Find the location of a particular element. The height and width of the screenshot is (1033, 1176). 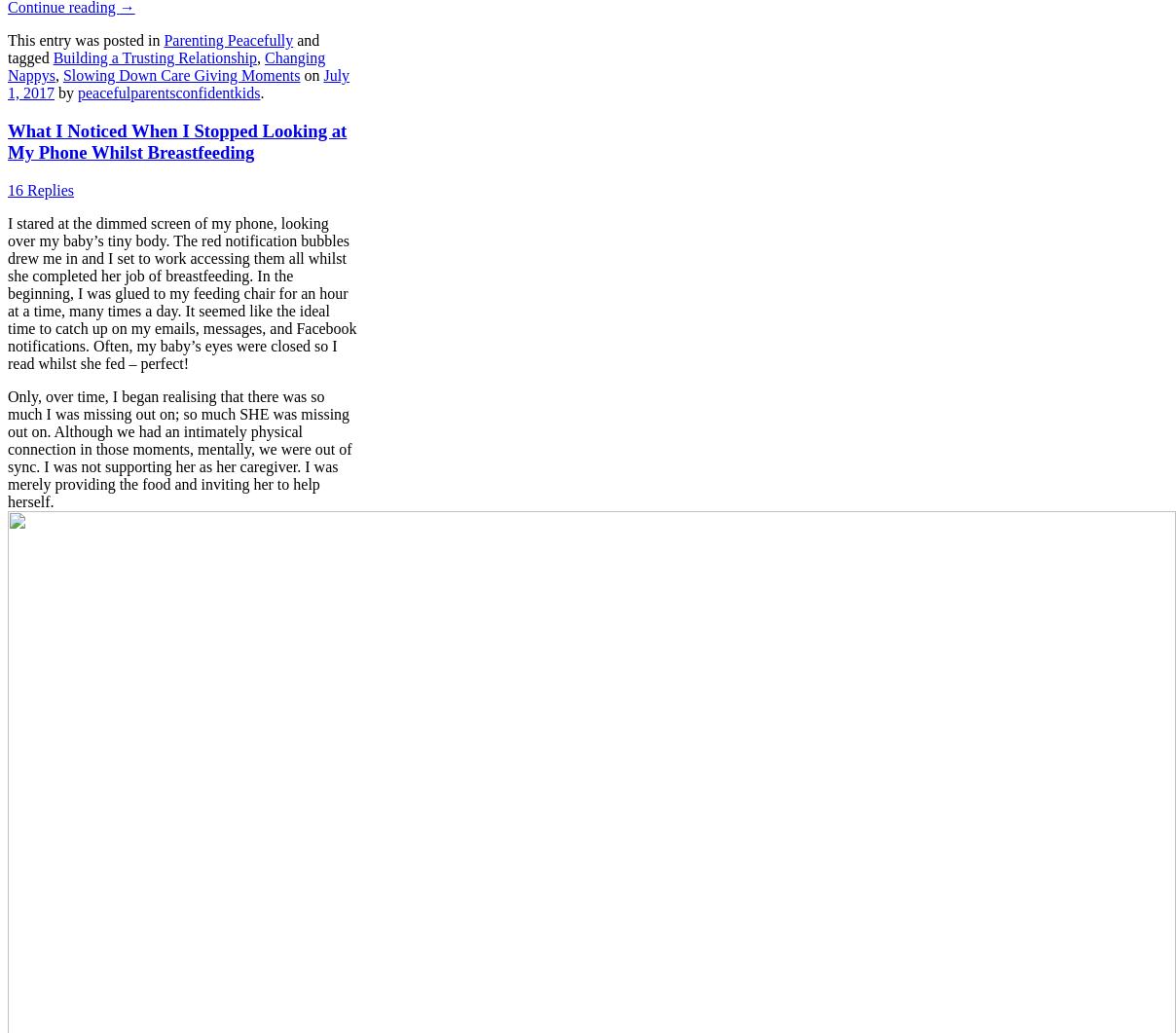

'by' is located at coordinates (65, 92).